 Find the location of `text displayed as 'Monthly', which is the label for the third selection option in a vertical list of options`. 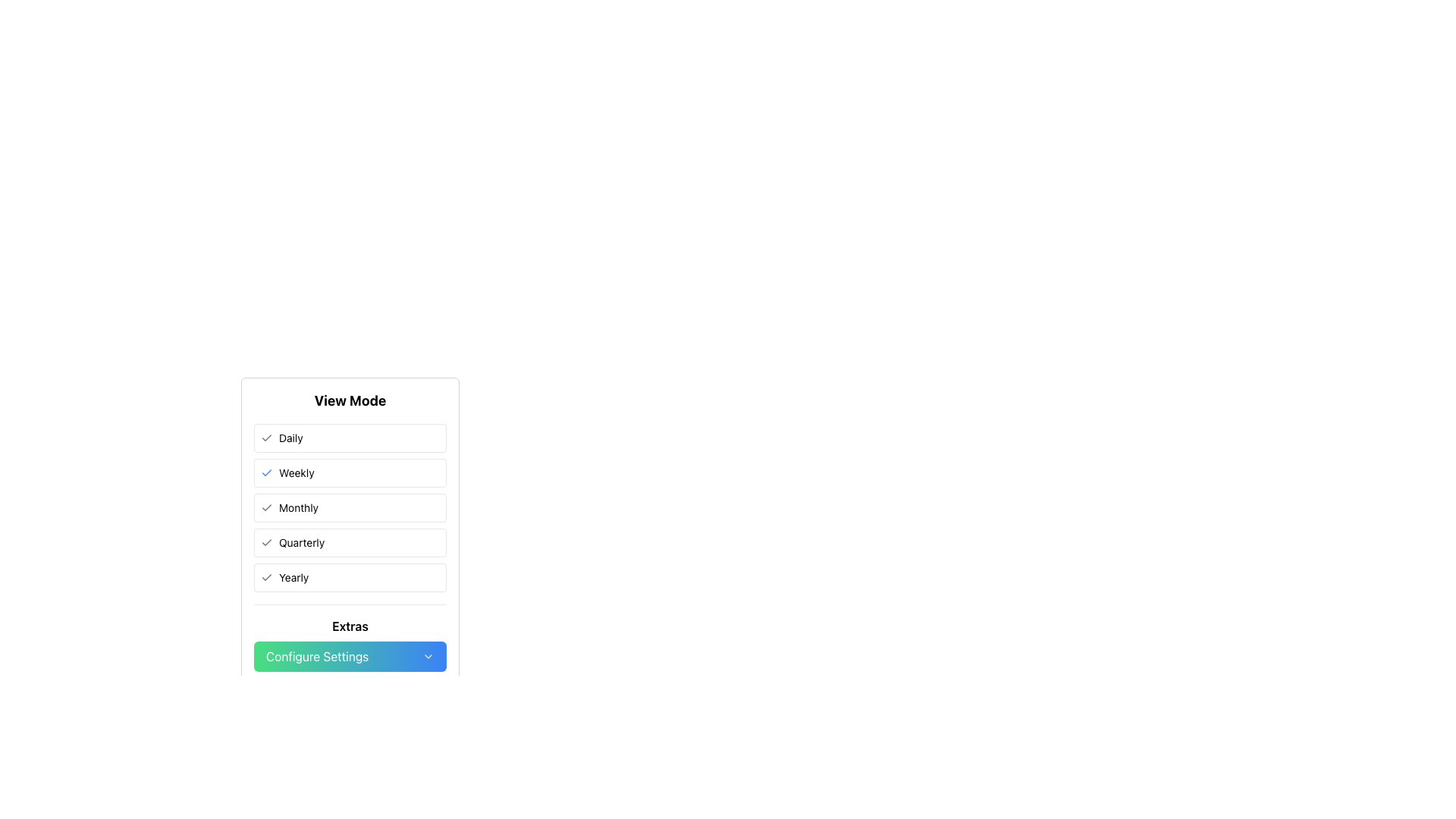

text displayed as 'Monthly', which is the label for the third selection option in a vertical list of options is located at coordinates (298, 508).